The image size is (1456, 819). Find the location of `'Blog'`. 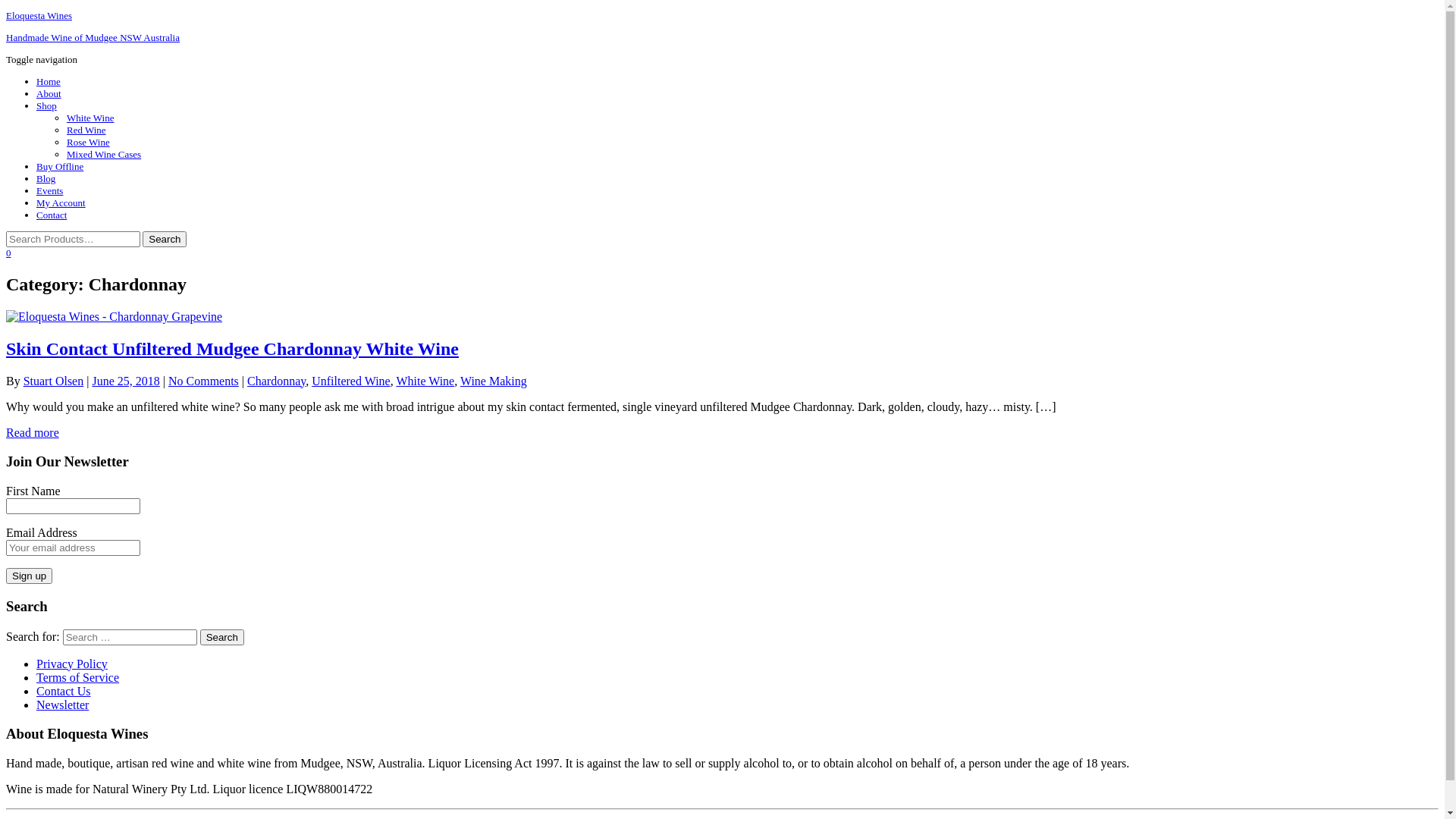

'Blog' is located at coordinates (45, 177).